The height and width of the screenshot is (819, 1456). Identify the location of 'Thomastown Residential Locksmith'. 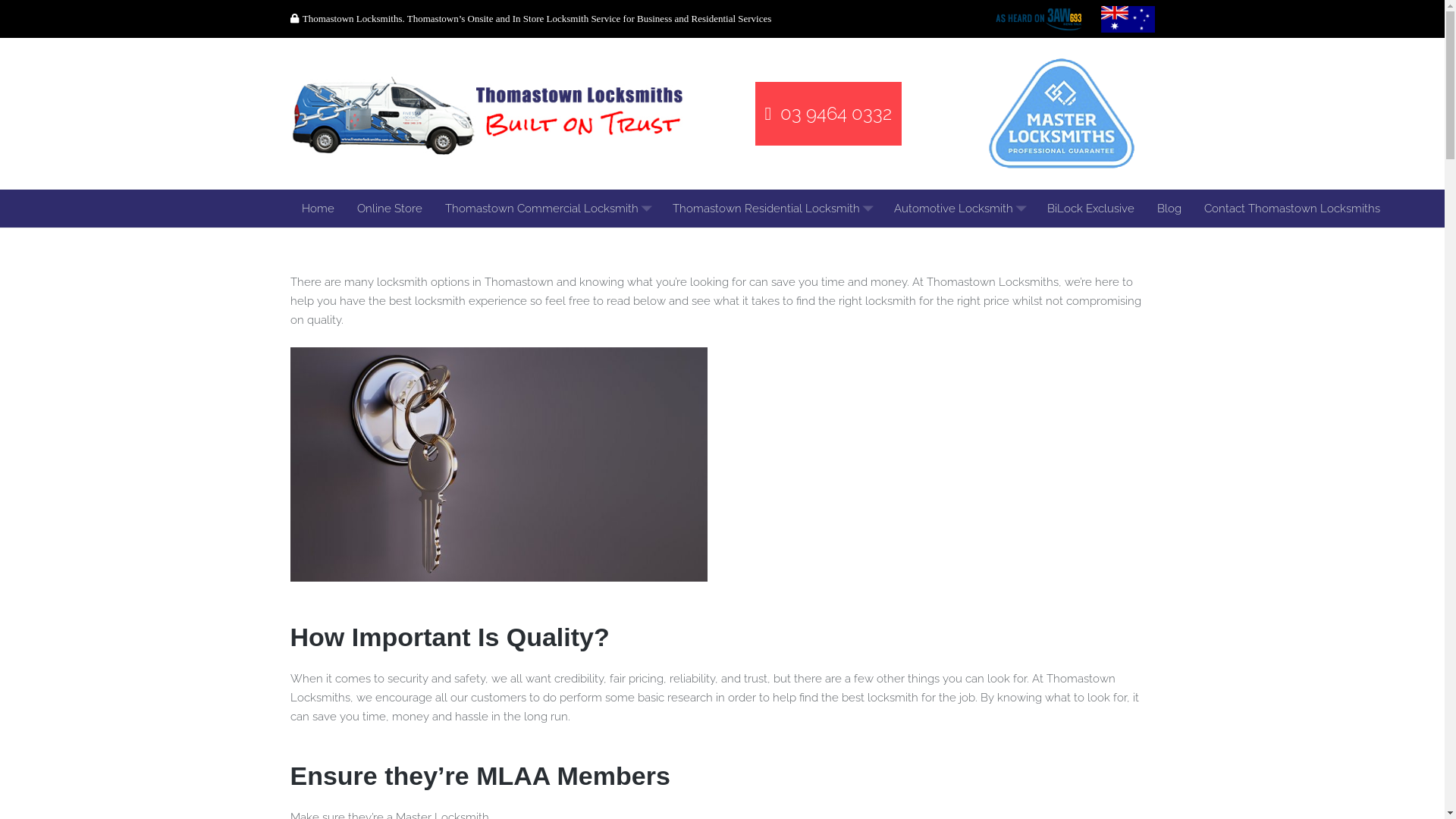
(771, 208).